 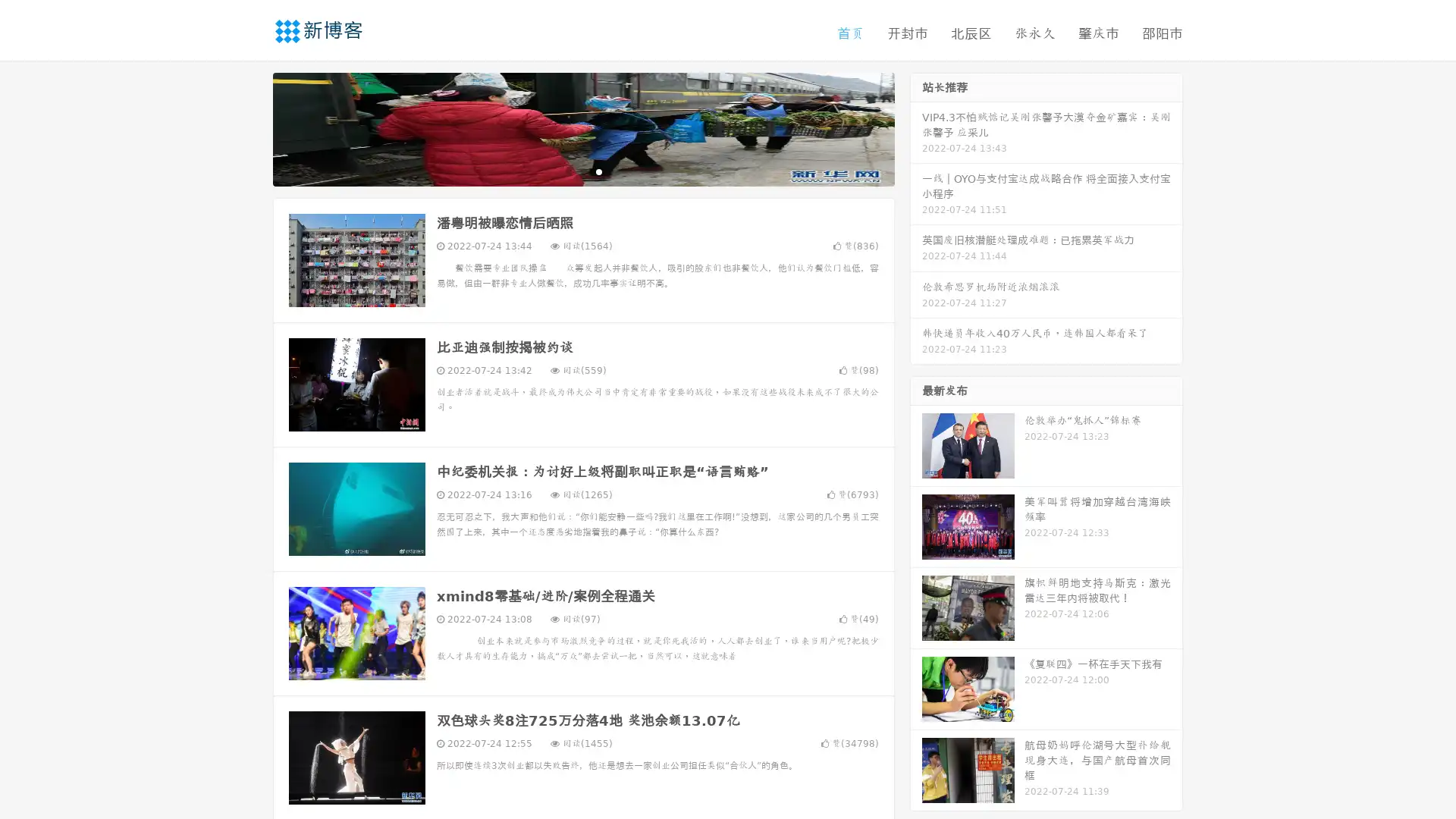 I want to click on Previous slide, so click(x=250, y=127).